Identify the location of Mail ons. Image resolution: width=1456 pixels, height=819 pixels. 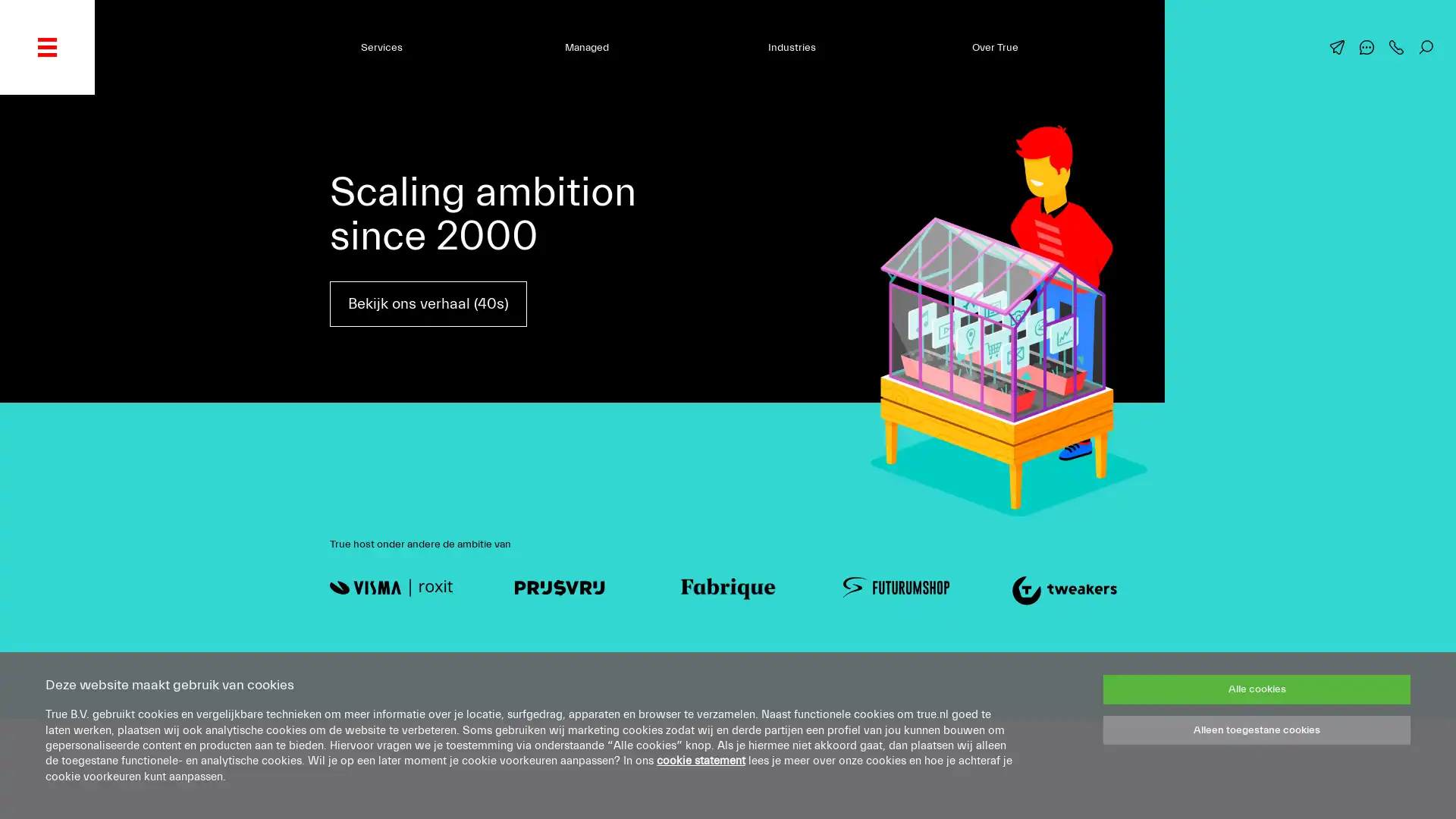
(1345, 46).